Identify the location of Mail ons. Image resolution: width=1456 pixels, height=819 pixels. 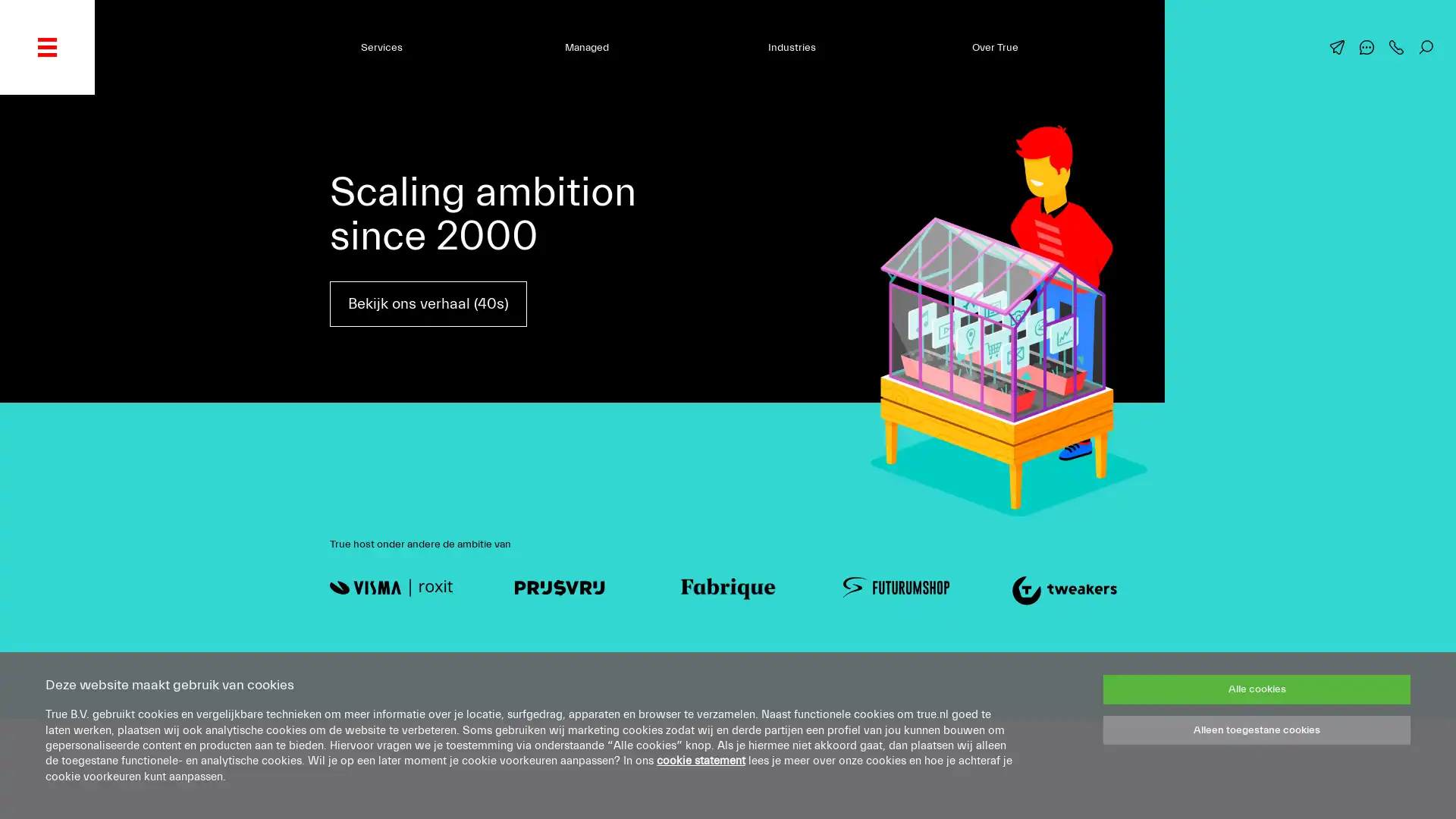
(1345, 46).